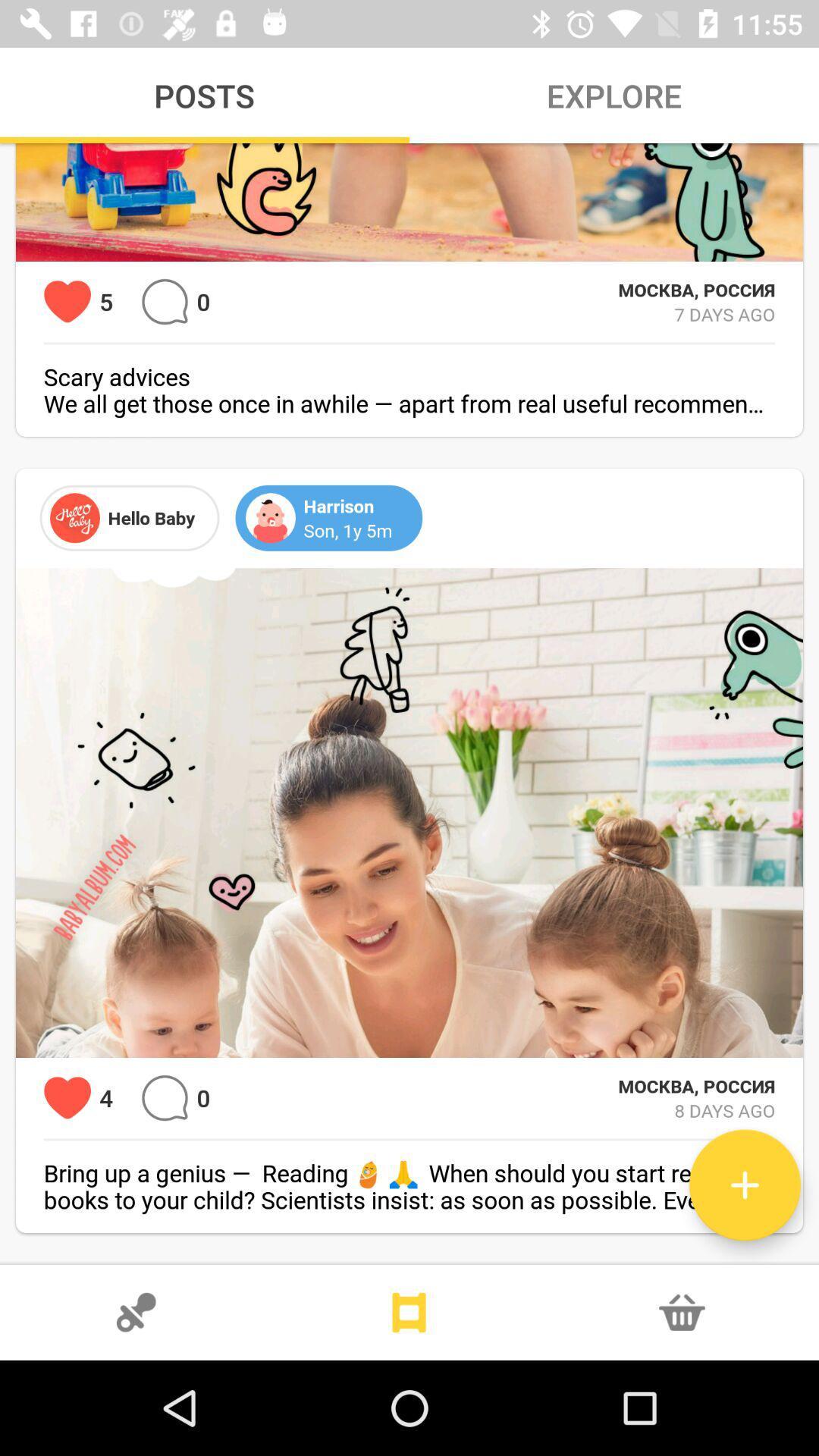 The height and width of the screenshot is (1456, 819). I want to click on chat option, so click(165, 302).